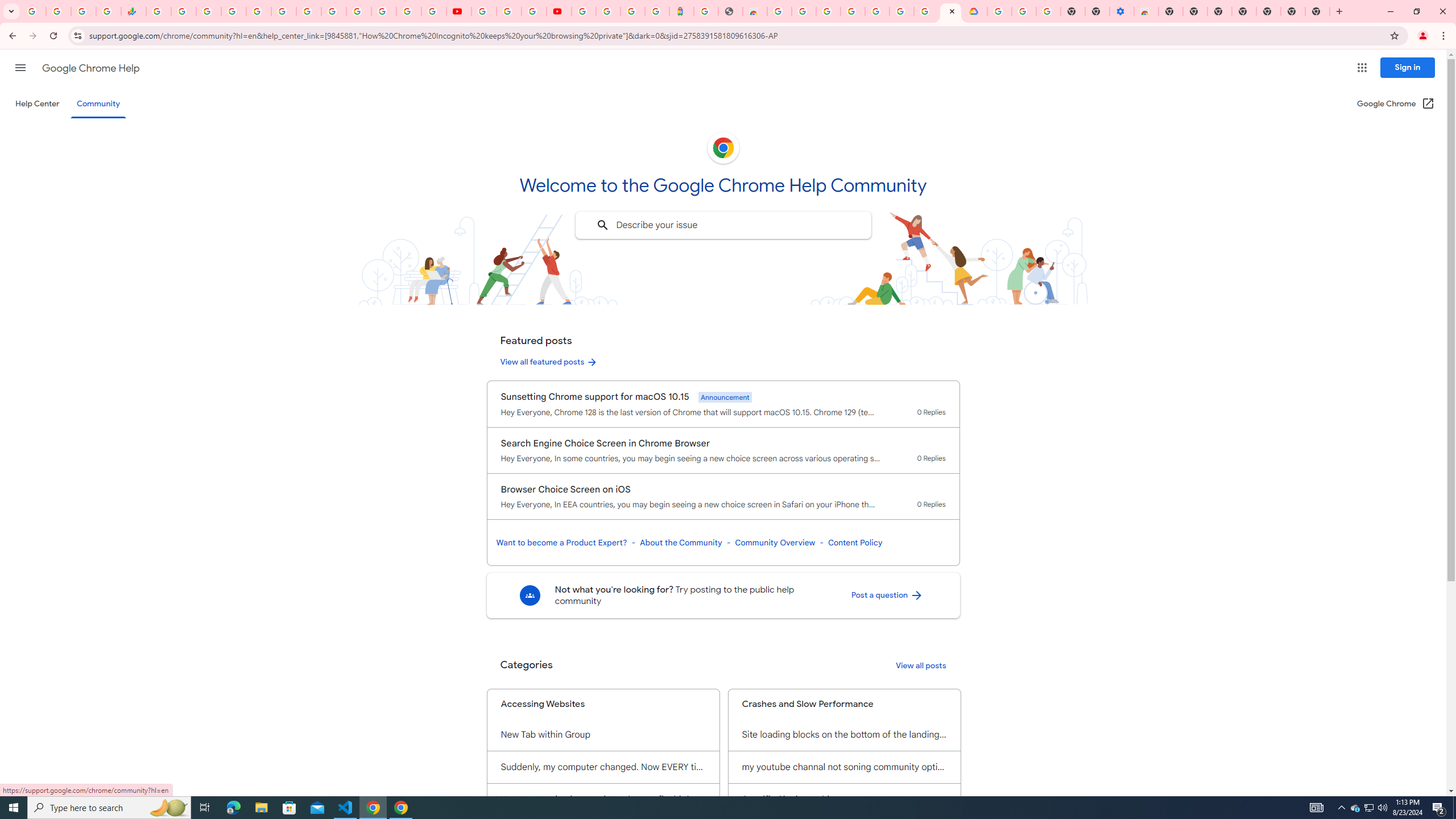  I want to click on 'Content Creator Programs & Opportunities - YouTube Creators', so click(559, 11).